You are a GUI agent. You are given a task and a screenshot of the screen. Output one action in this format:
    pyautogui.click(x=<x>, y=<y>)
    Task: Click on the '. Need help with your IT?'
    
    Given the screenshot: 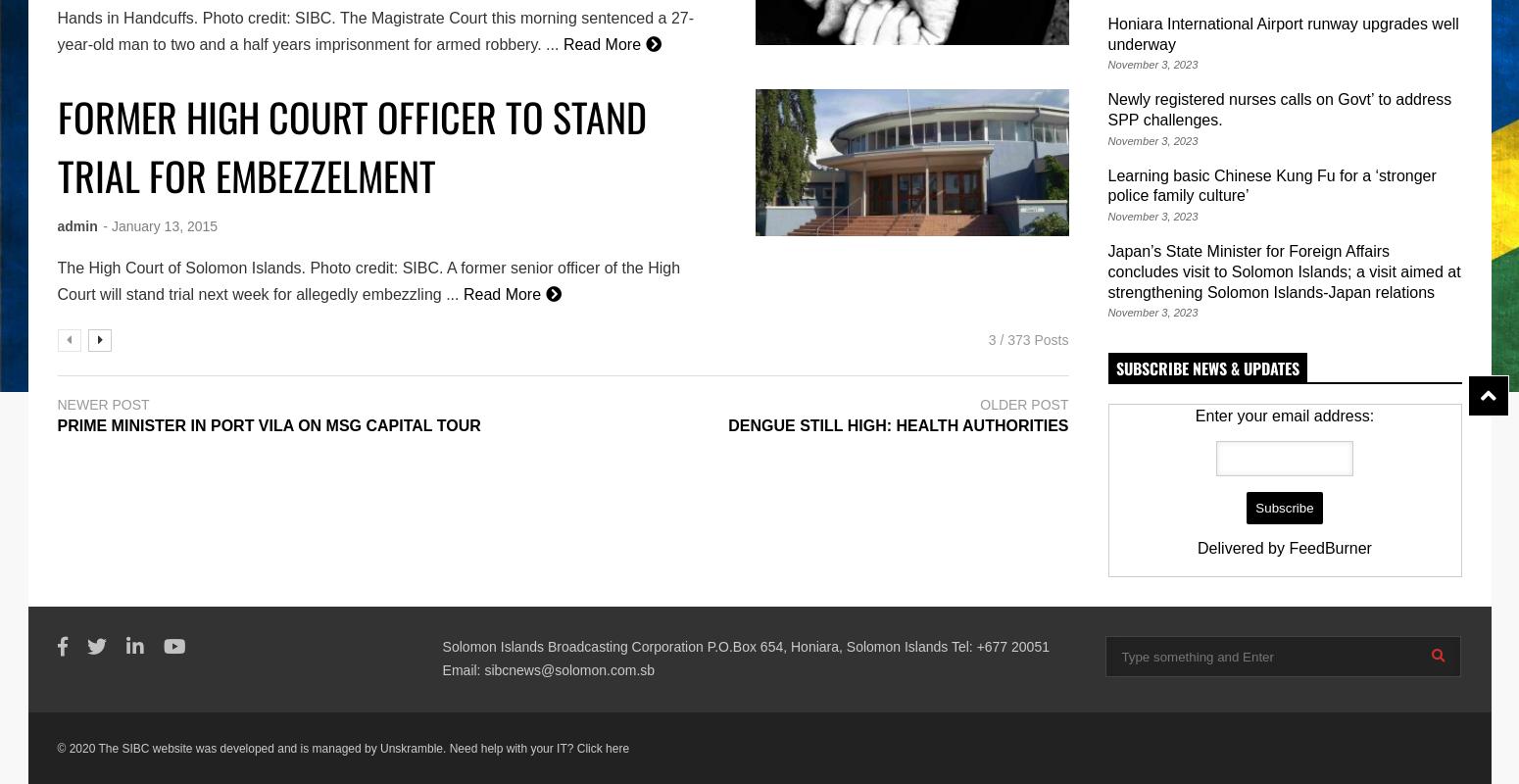 What is the action you would take?
    pyautogui.click(x=442, y=749)
    